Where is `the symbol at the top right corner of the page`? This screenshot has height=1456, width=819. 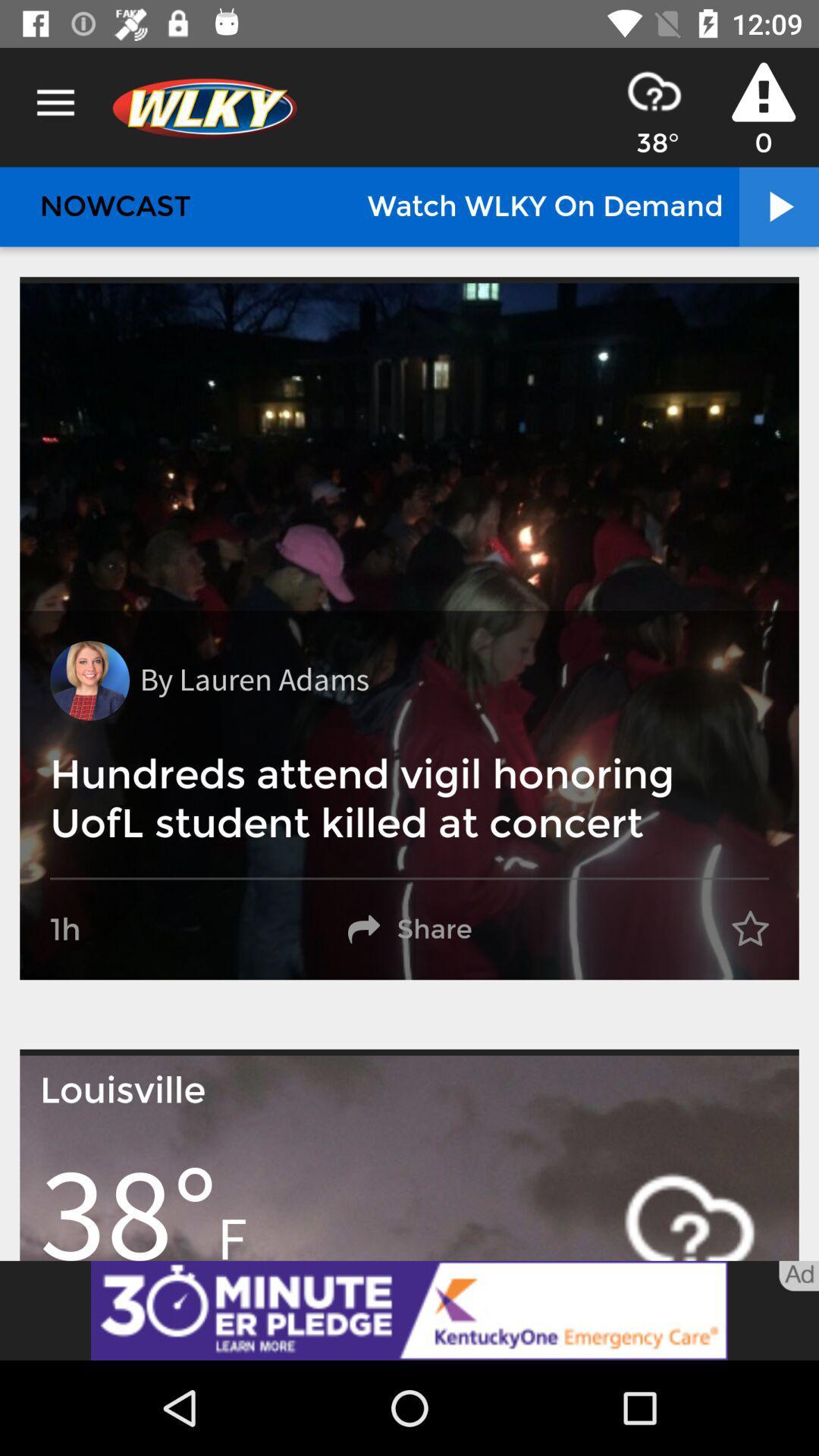 the symbol at the top right corner of the page is located at coordinates (763, 91).